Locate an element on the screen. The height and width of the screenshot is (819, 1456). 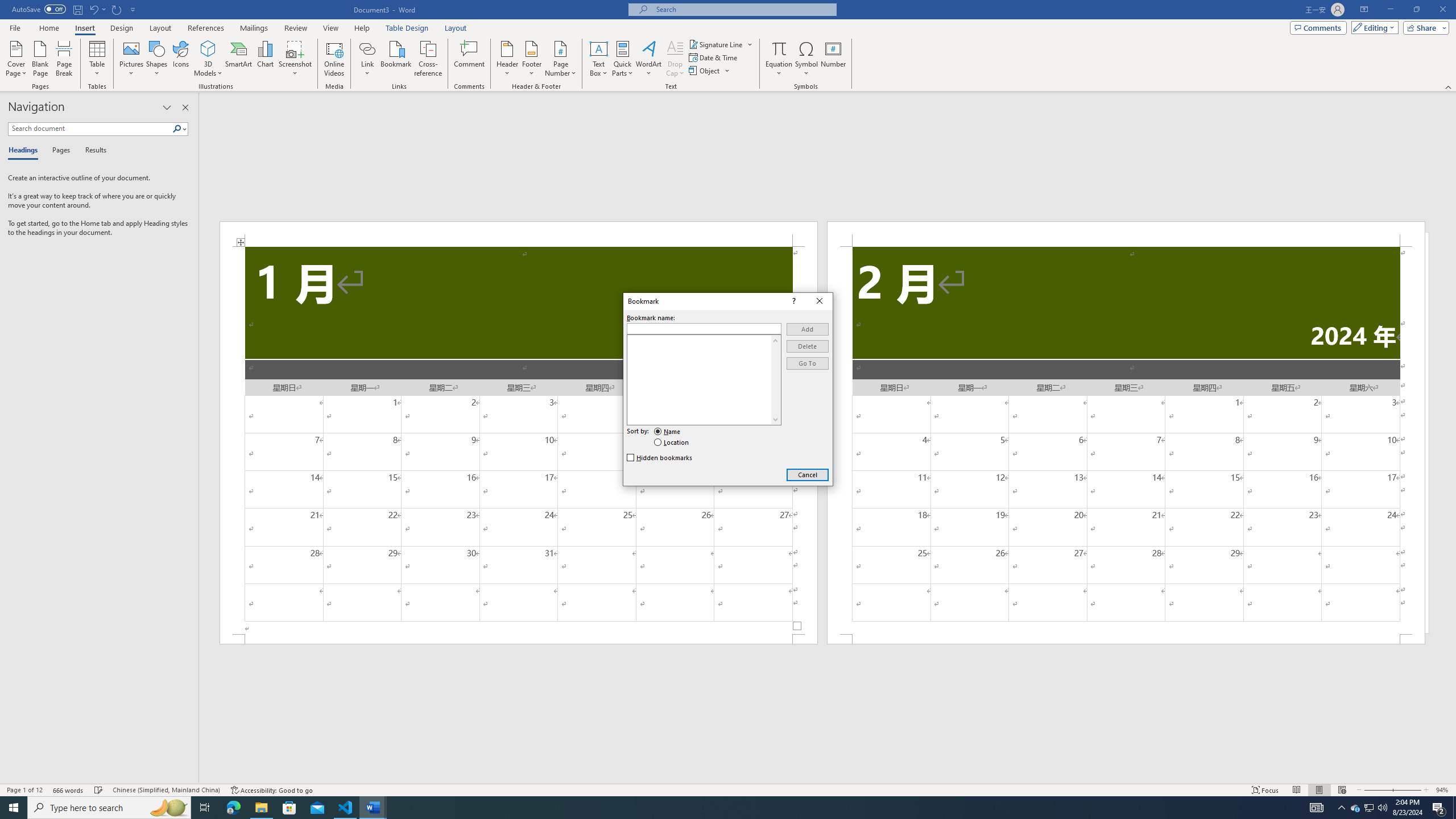
'Type here to search' is located at coordinates (109, 806).